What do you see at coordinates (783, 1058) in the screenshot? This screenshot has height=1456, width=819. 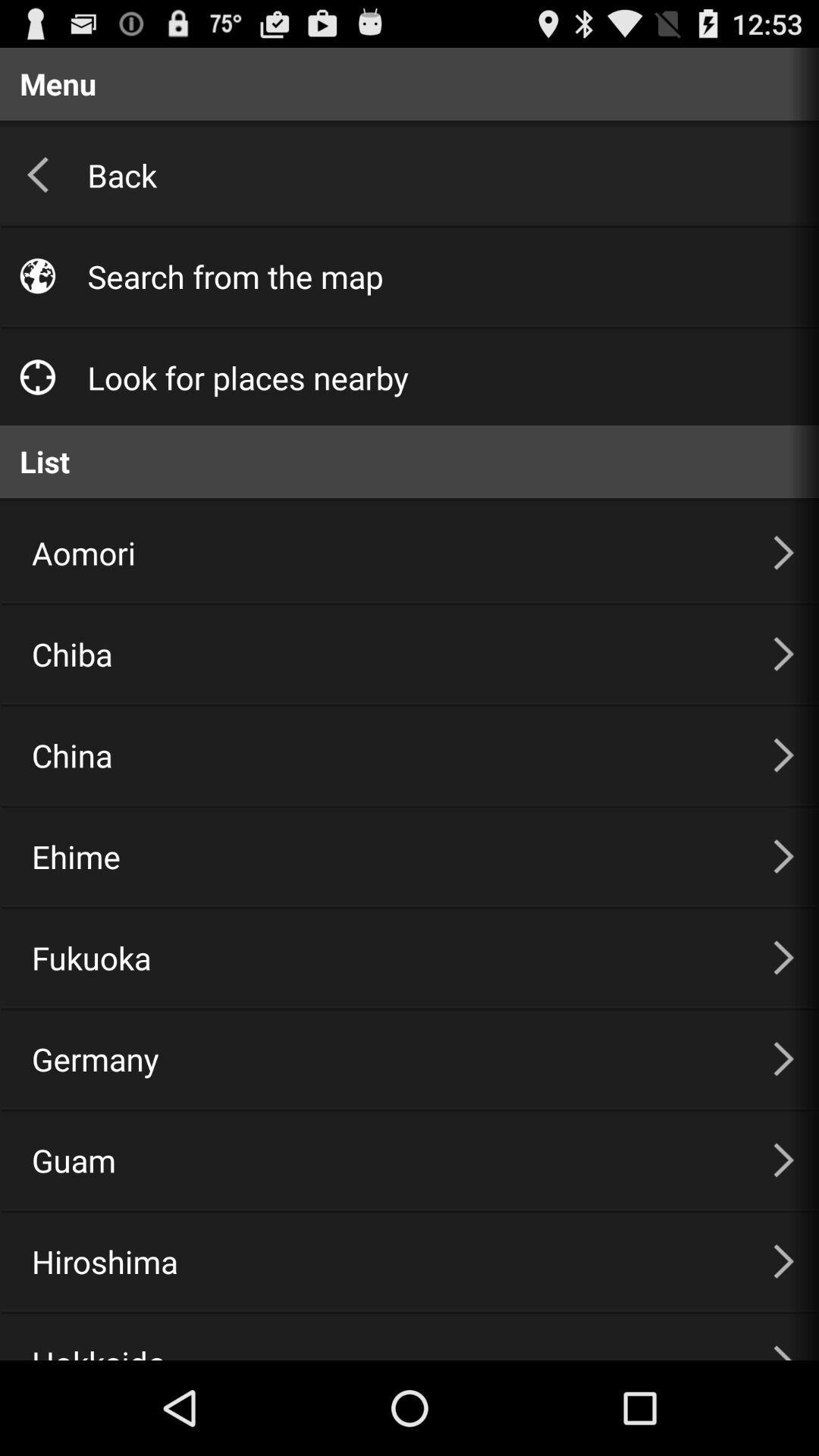 I see `the arrow option beside germany` at bounding box center [783, 1058].